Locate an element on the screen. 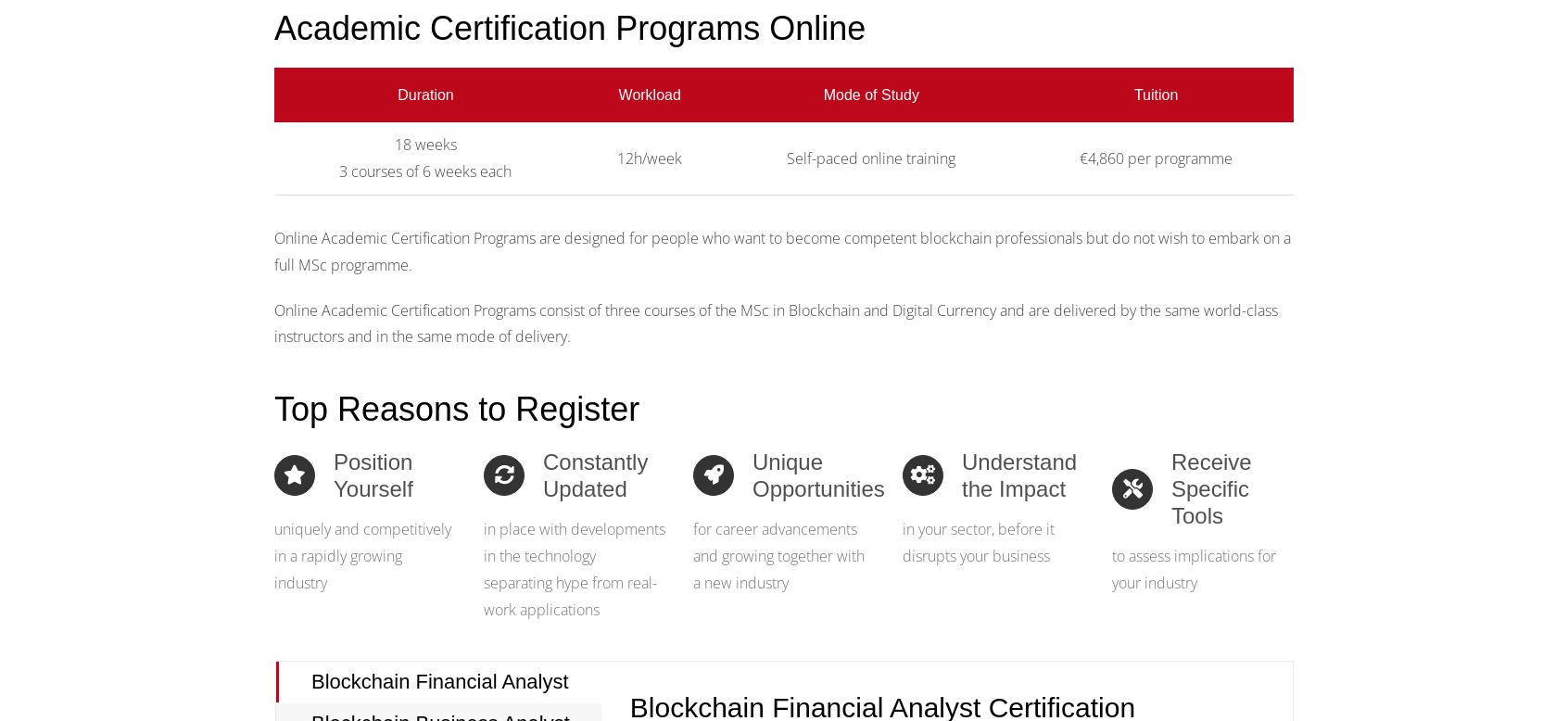  'Tuition' is located at coordinates (1156, 93).